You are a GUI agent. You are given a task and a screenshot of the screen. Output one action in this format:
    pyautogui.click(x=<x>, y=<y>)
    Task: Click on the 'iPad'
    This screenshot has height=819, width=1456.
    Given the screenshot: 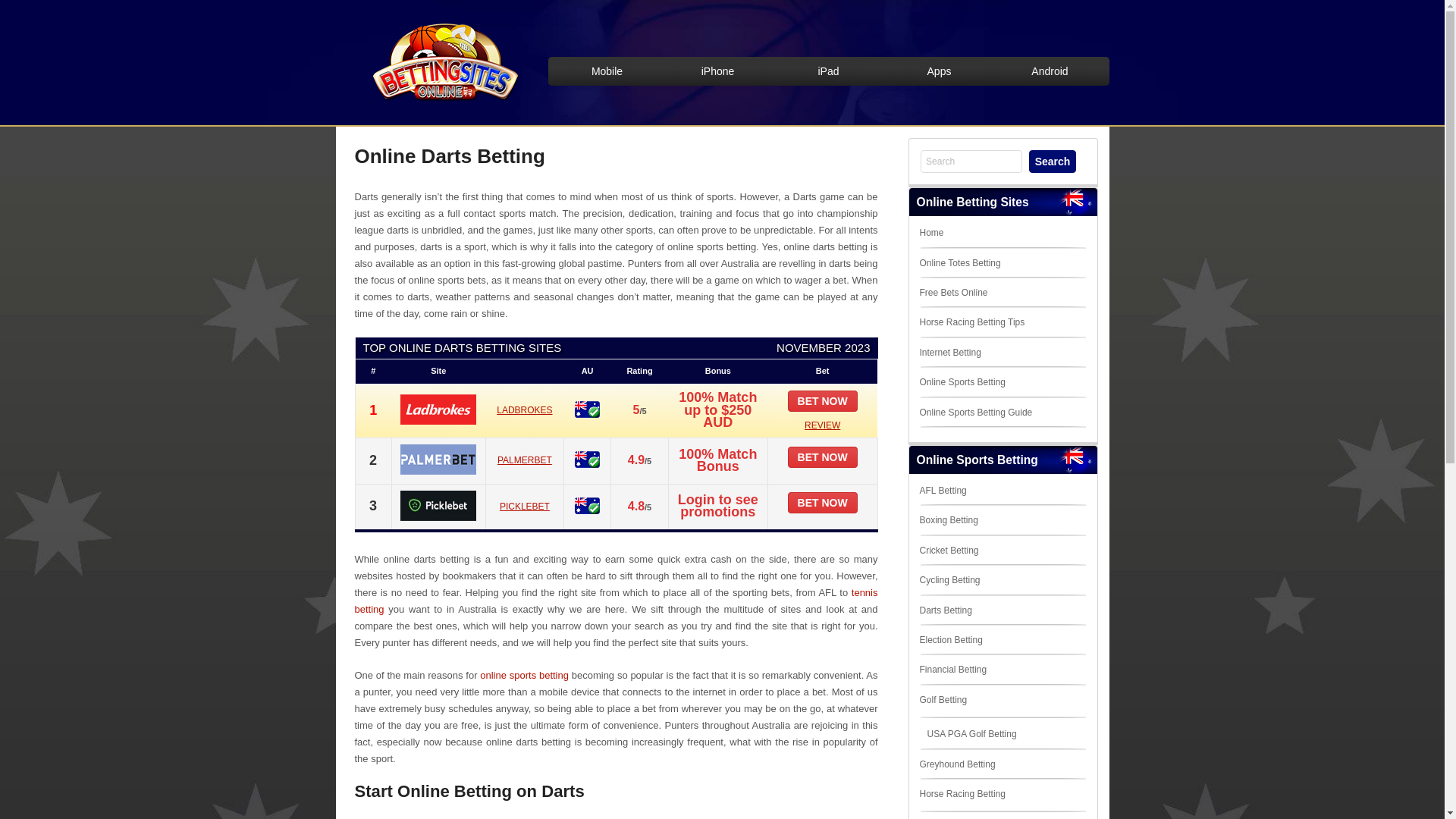 What is the action you would take?
    pyautogui.click(x=828, y=71)
    